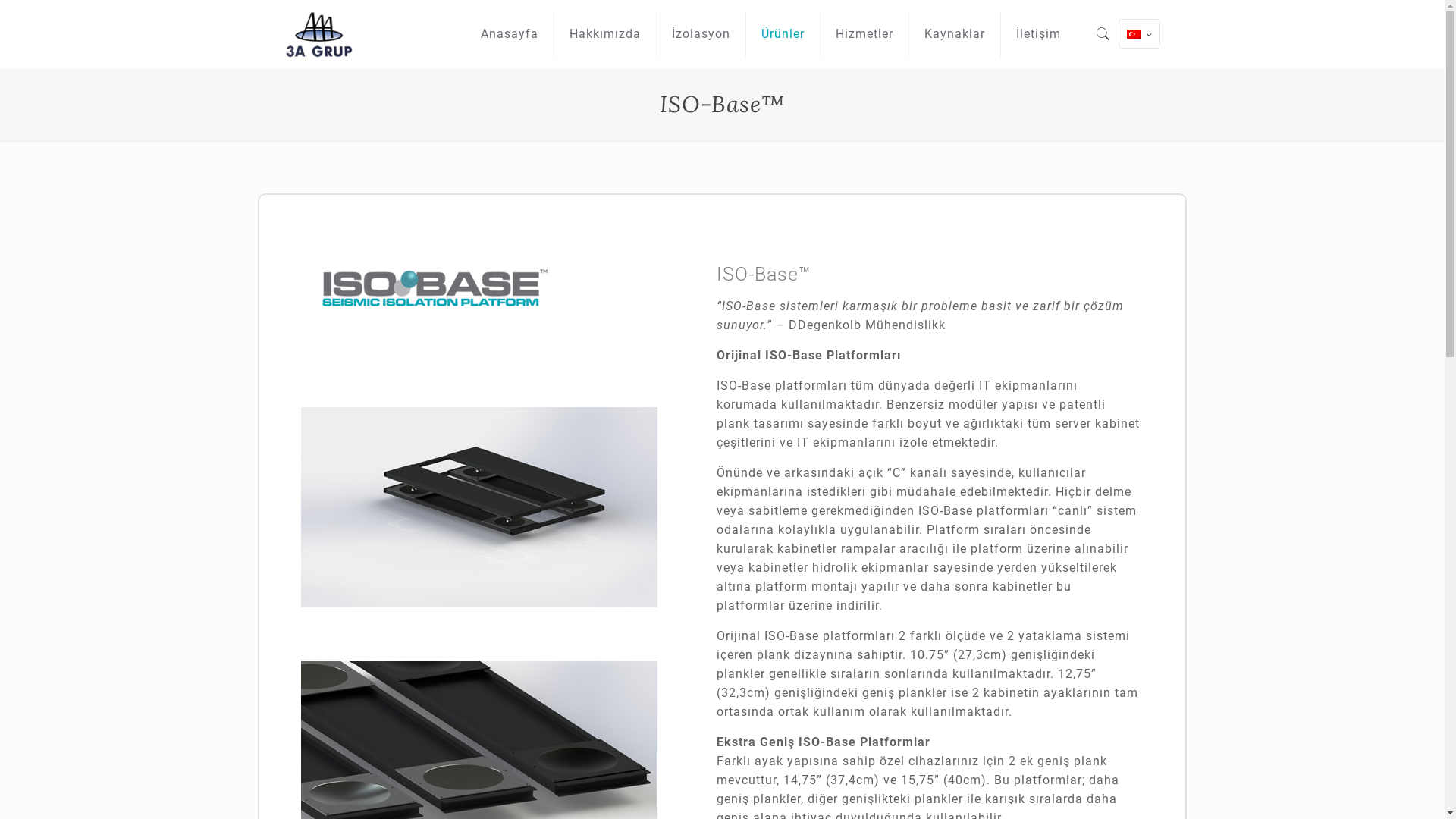 This screenshot has height=819, width=1456. What do you see at coordinates (320, 34) in the screenshot?
I see `'3AGrup'` at bounding box center [320, 34].